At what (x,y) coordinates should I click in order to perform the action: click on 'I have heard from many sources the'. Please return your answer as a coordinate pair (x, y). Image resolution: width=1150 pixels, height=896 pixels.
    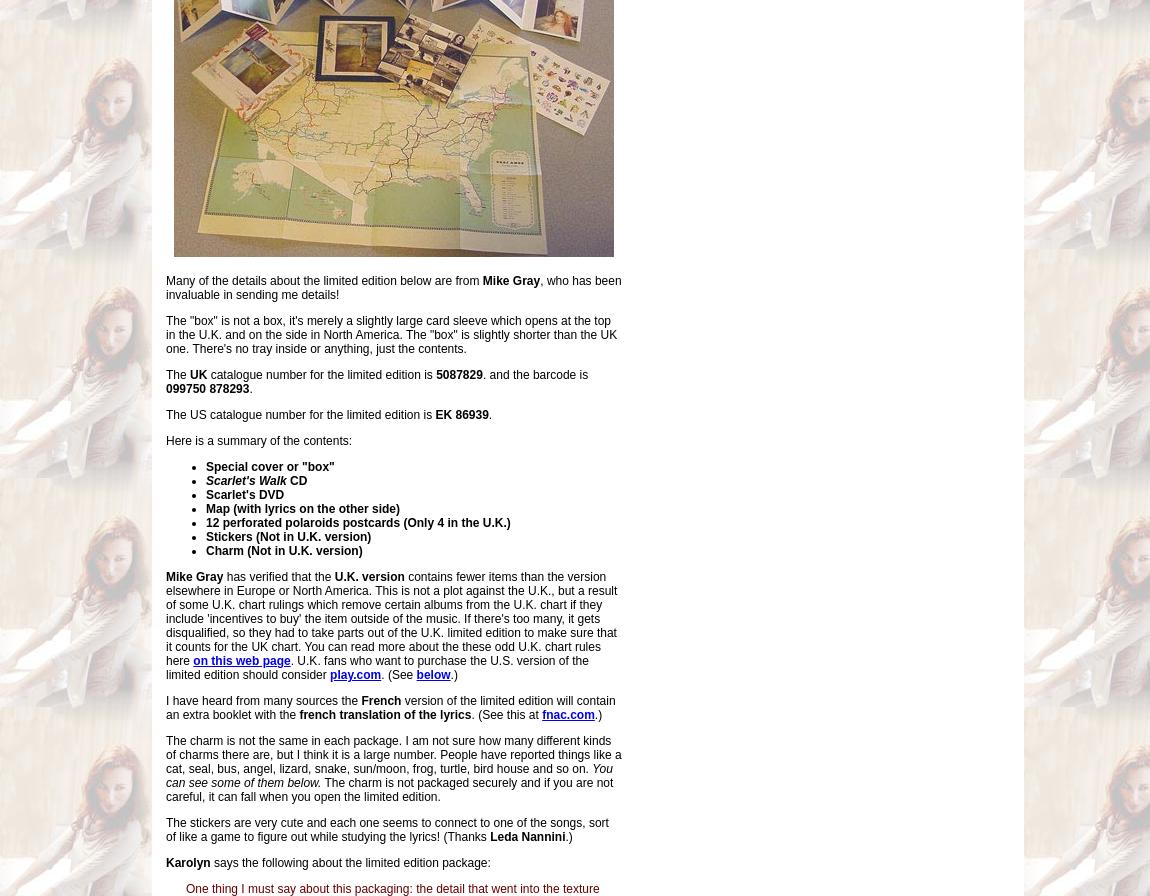
    Looking at the image, I should click on (262, 701).